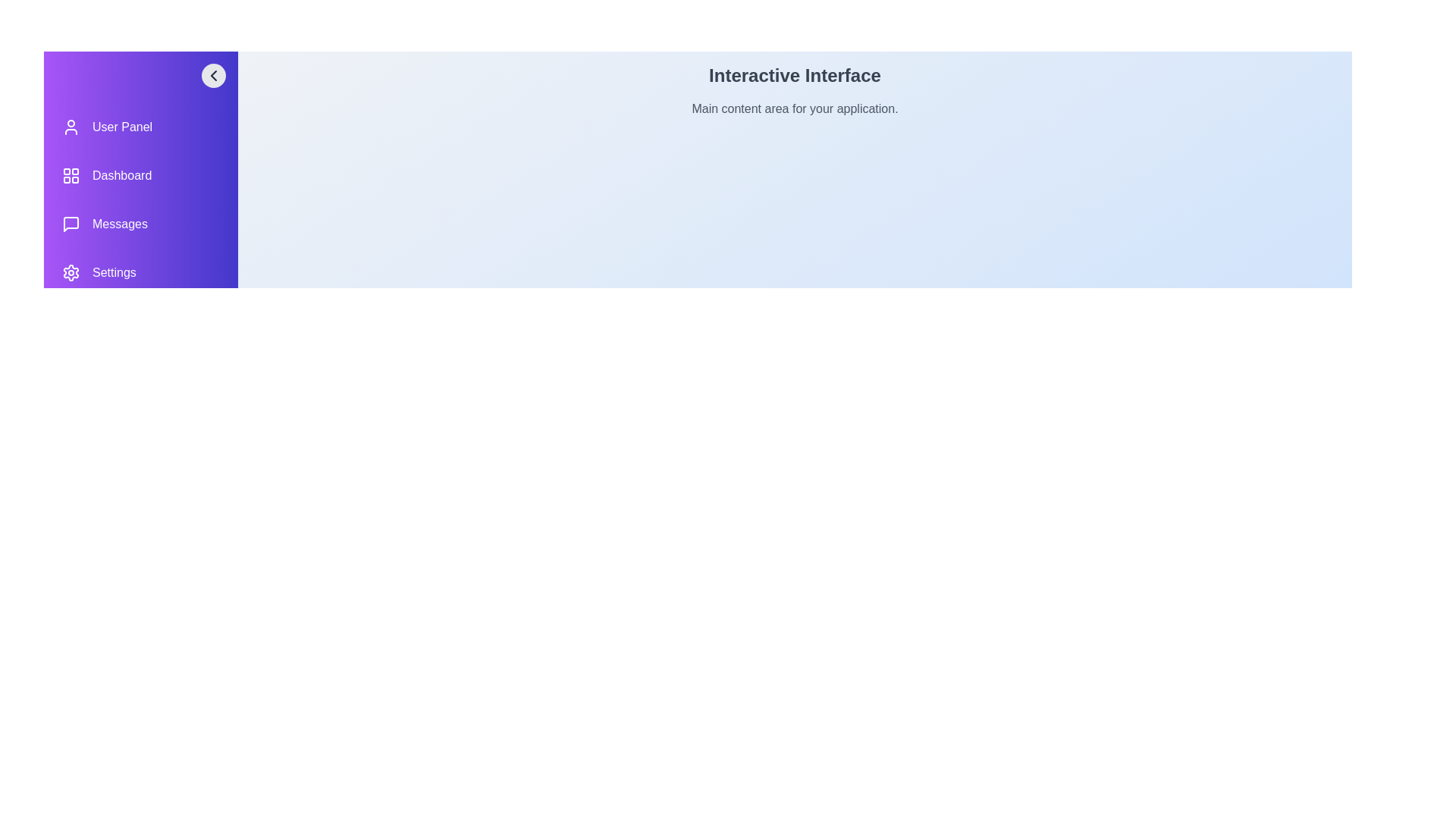 The height and width of the screenshot is (819, 1456). Describe the element at coordinates (141, 224) in the screenshot. I see `the menu item labeled Messages to navigate to its associated section` at that location.